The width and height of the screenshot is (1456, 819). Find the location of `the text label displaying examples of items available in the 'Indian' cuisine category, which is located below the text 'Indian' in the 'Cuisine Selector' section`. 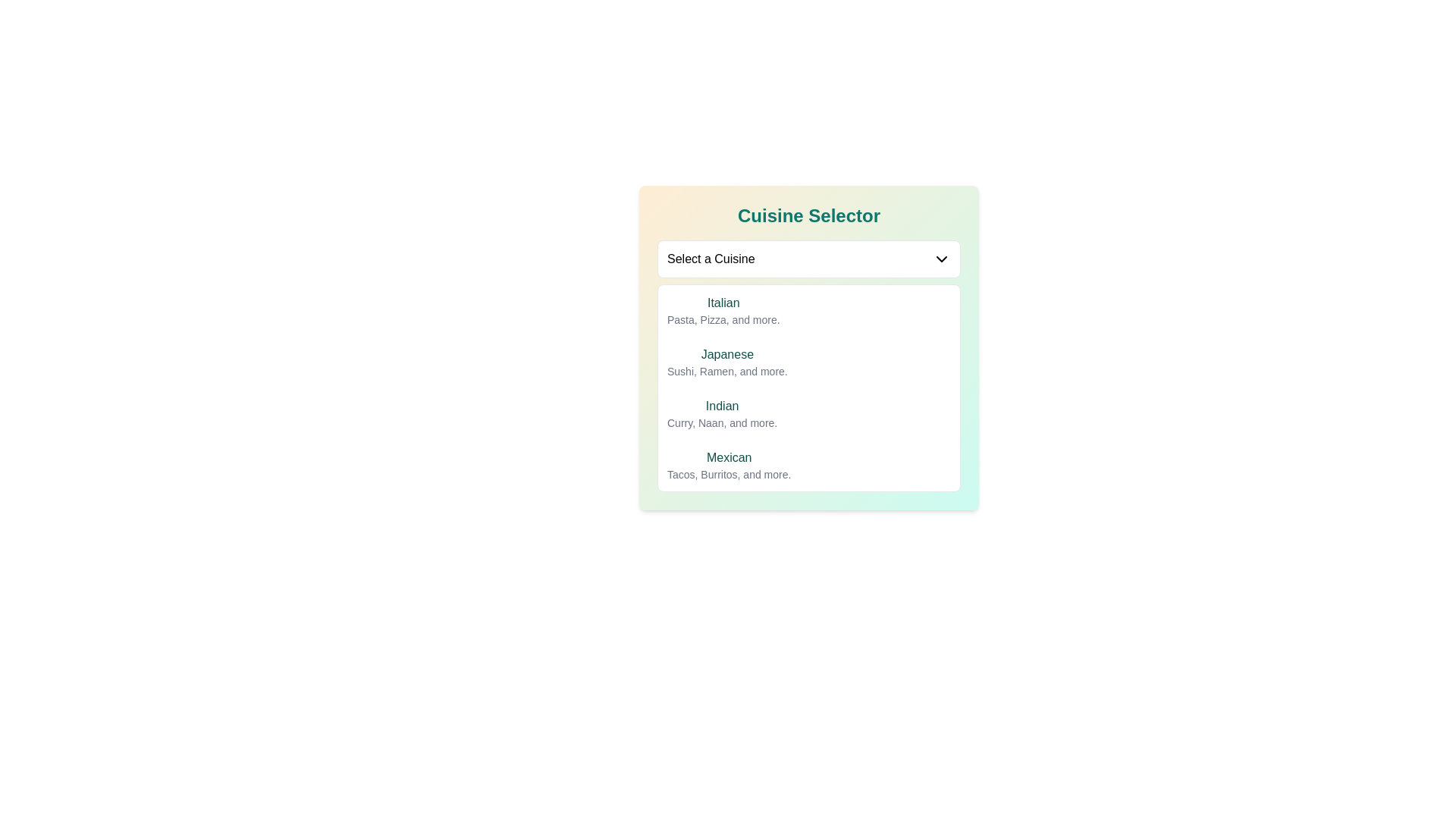

the text label displaying examples of items available in the 'Indian' cuisine category, which is located below the text 'Indian' in the 'Cuisine Selector' section is located at coordinates (721, 423).